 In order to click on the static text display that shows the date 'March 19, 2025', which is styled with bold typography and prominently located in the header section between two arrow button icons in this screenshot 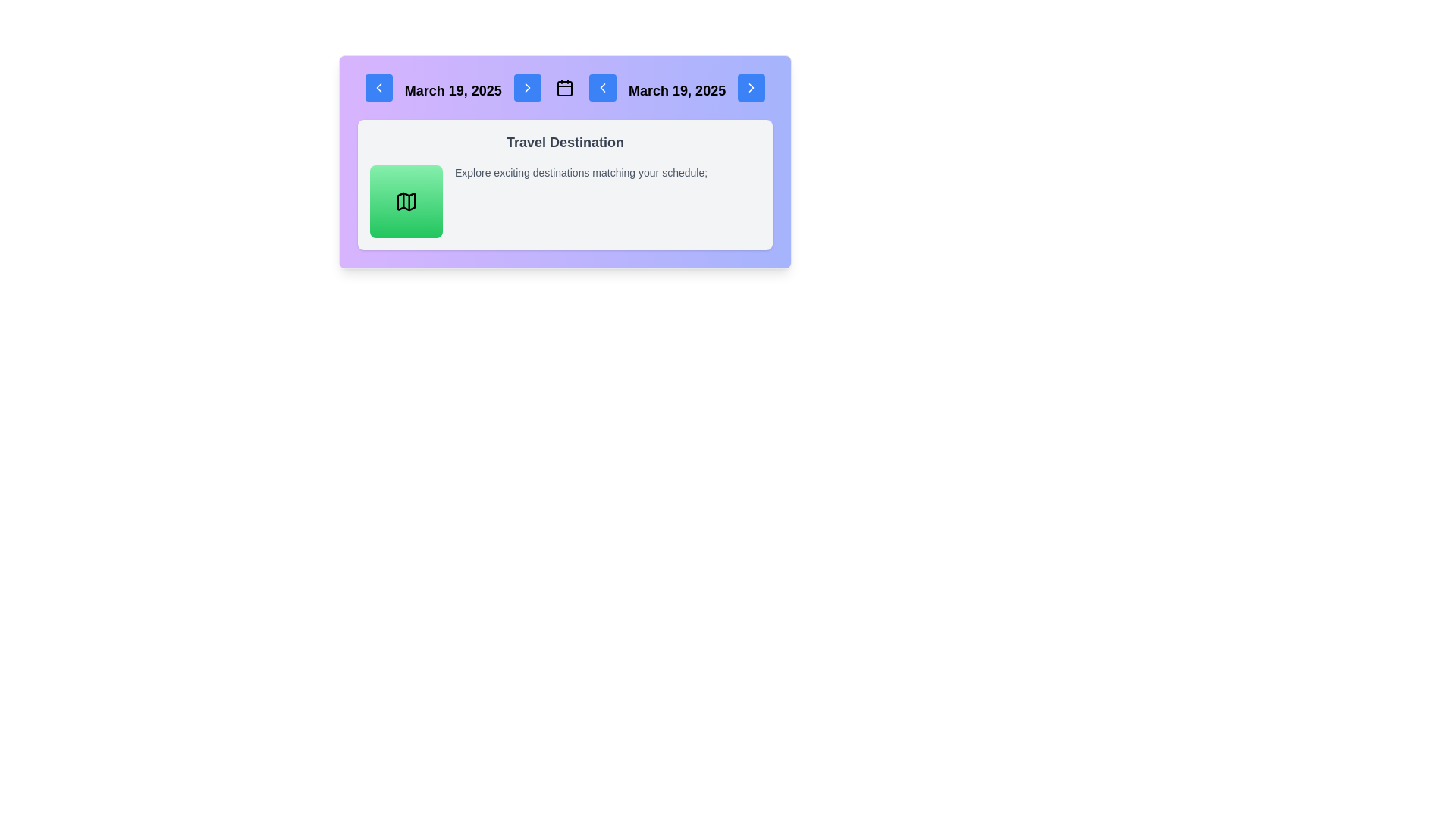, I will do `click(676, 90)`.